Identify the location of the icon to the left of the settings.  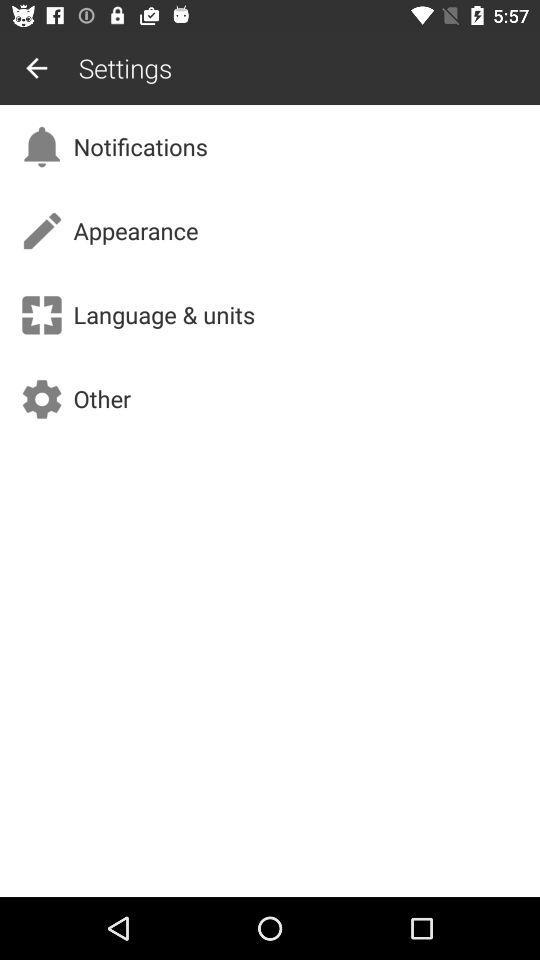
(36, 68).